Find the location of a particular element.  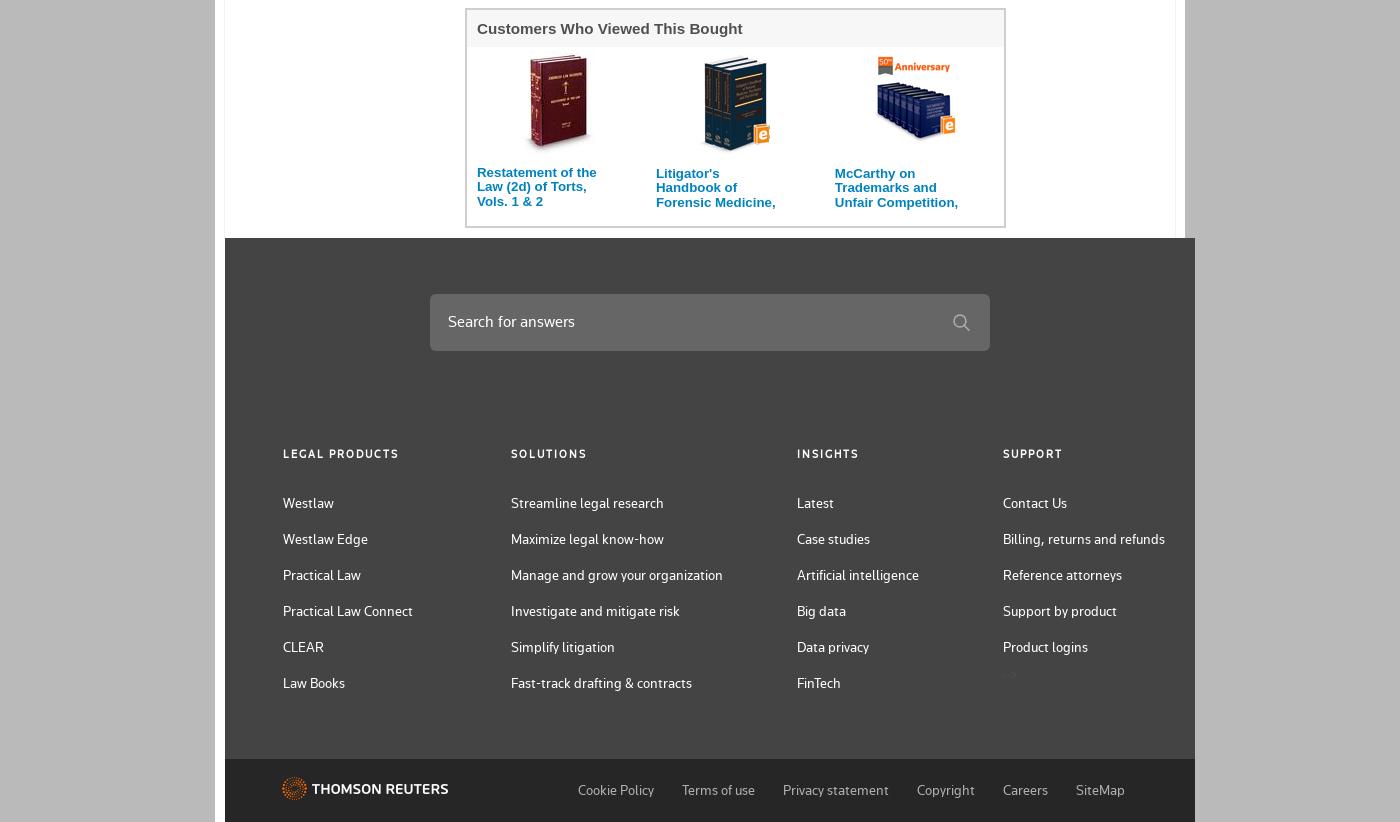

'Practical Law' is located at coordinates (322, 574).